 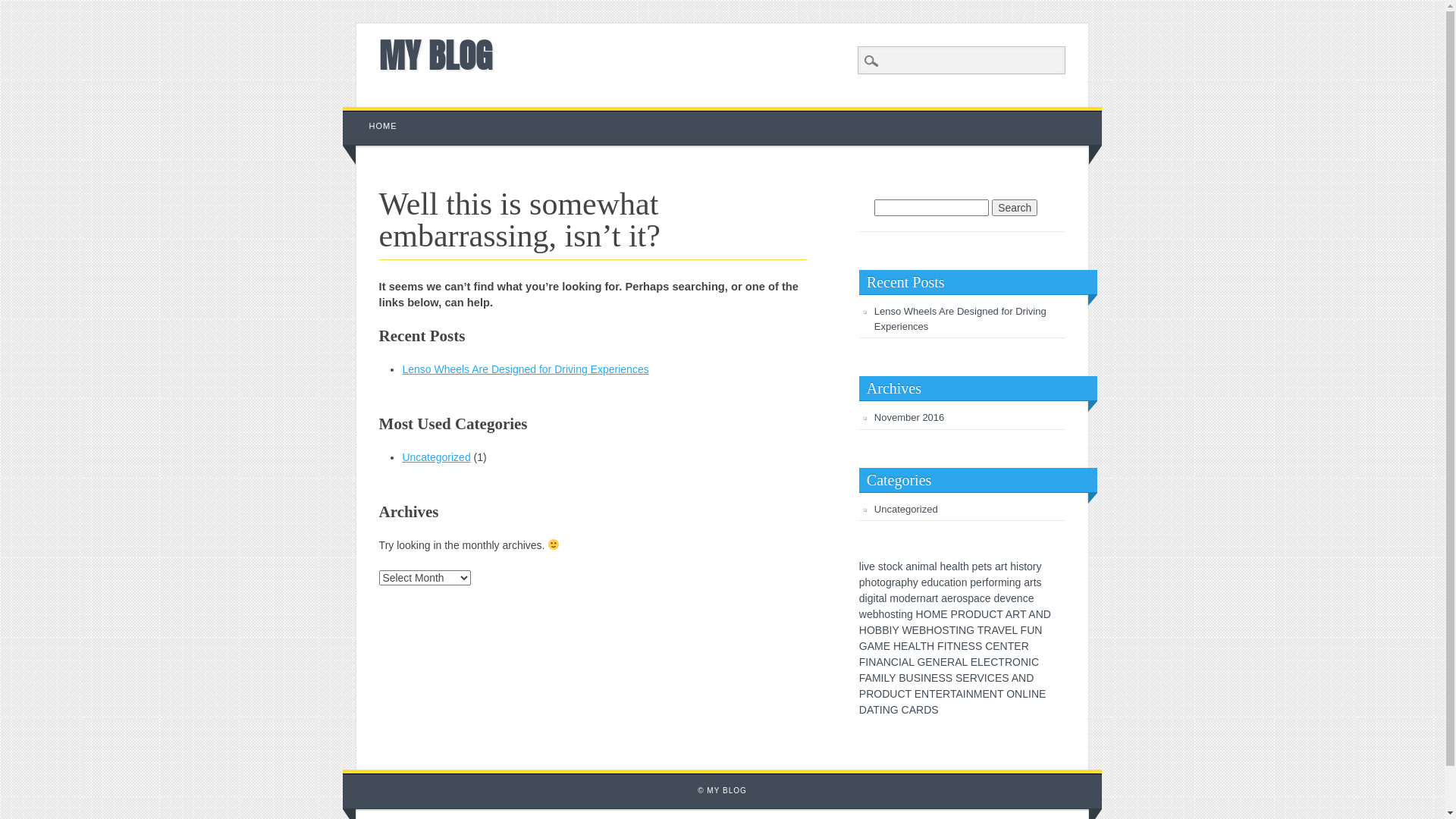 I want to click on 'MY BLOG', so click(x=435, y=55).